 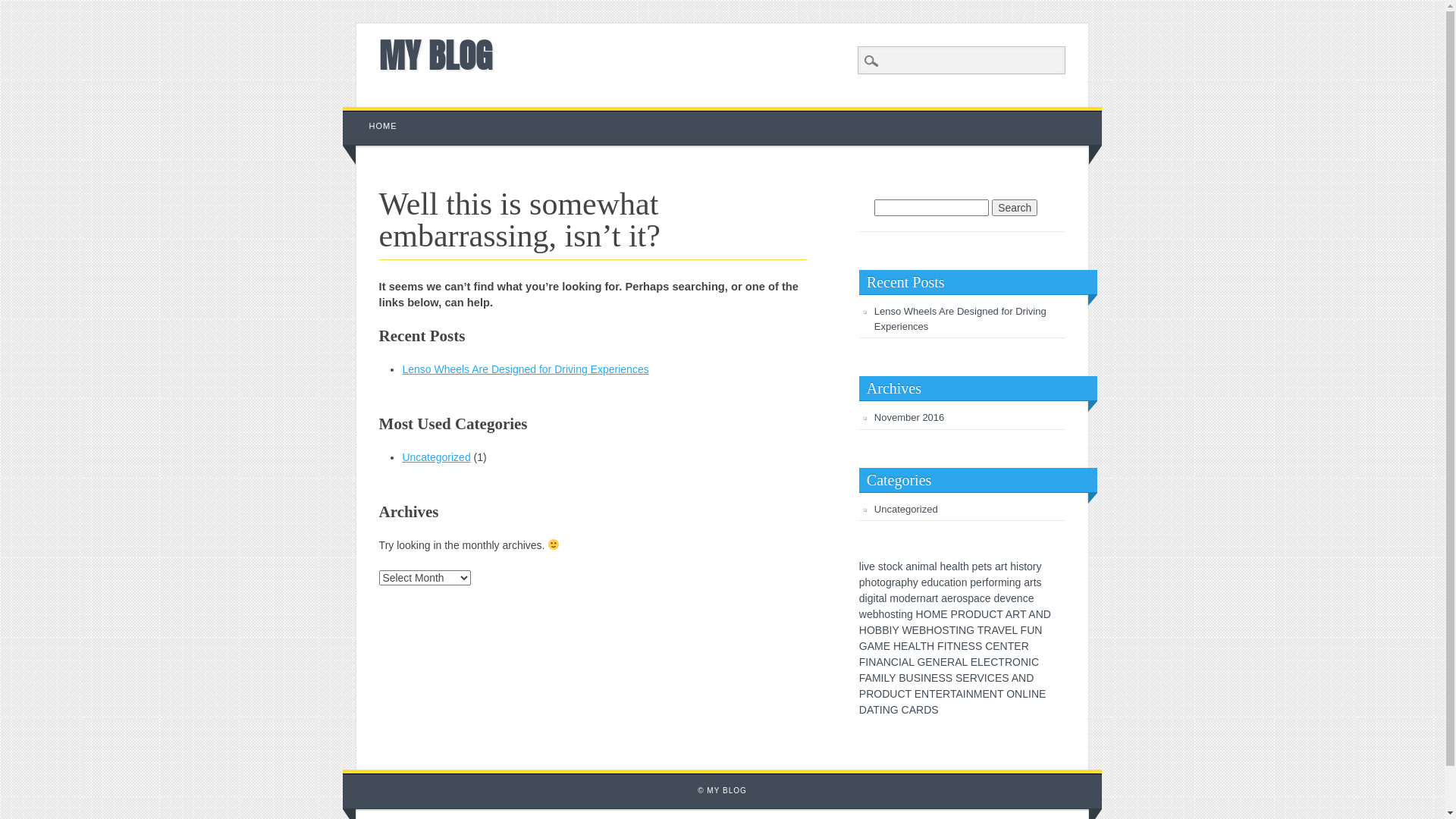 I want to click on 'MY BLOG', so click(x=435, y=55).